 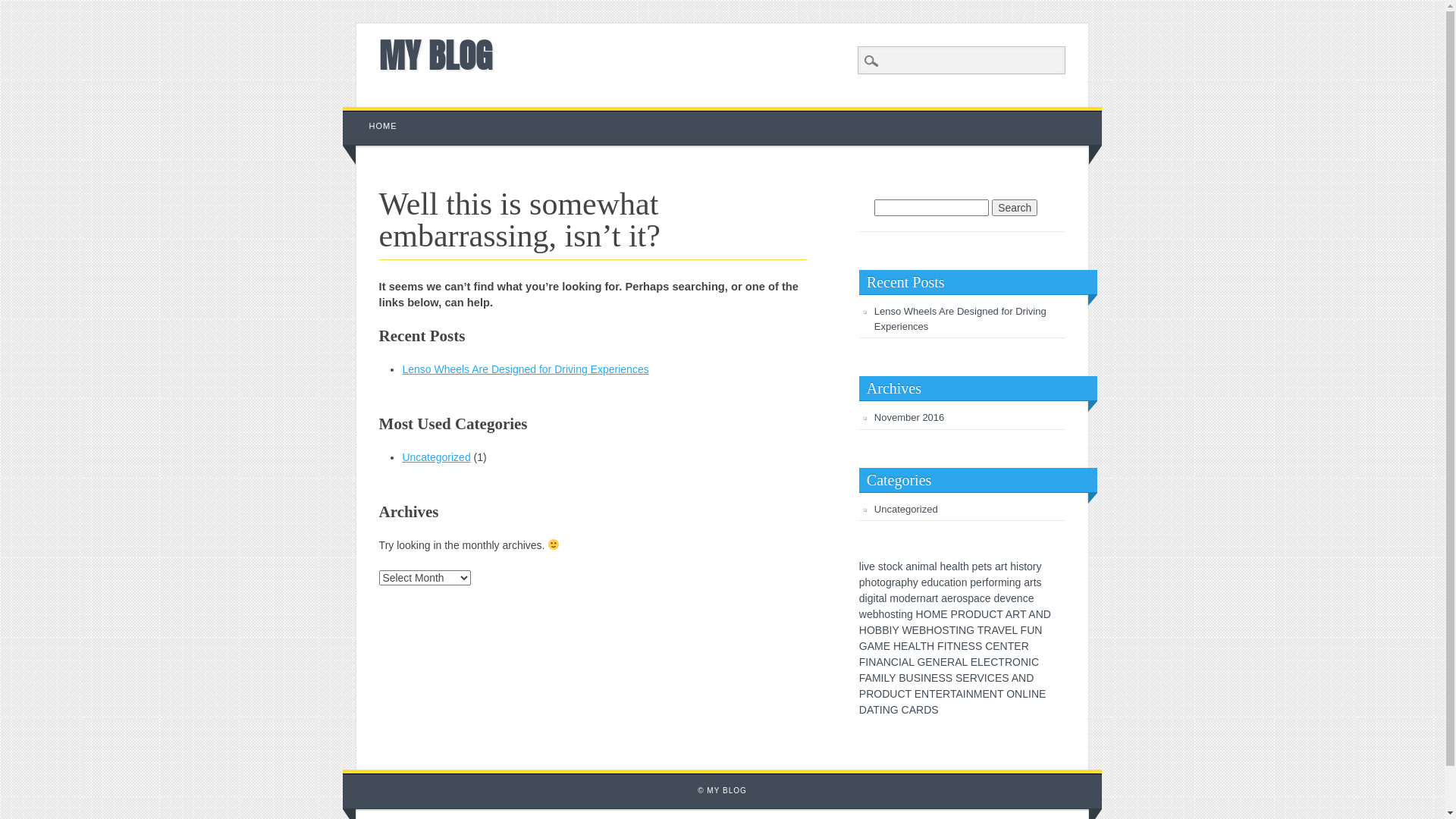 I want to click on 'MY BLOG', so click(x=435, y=55).